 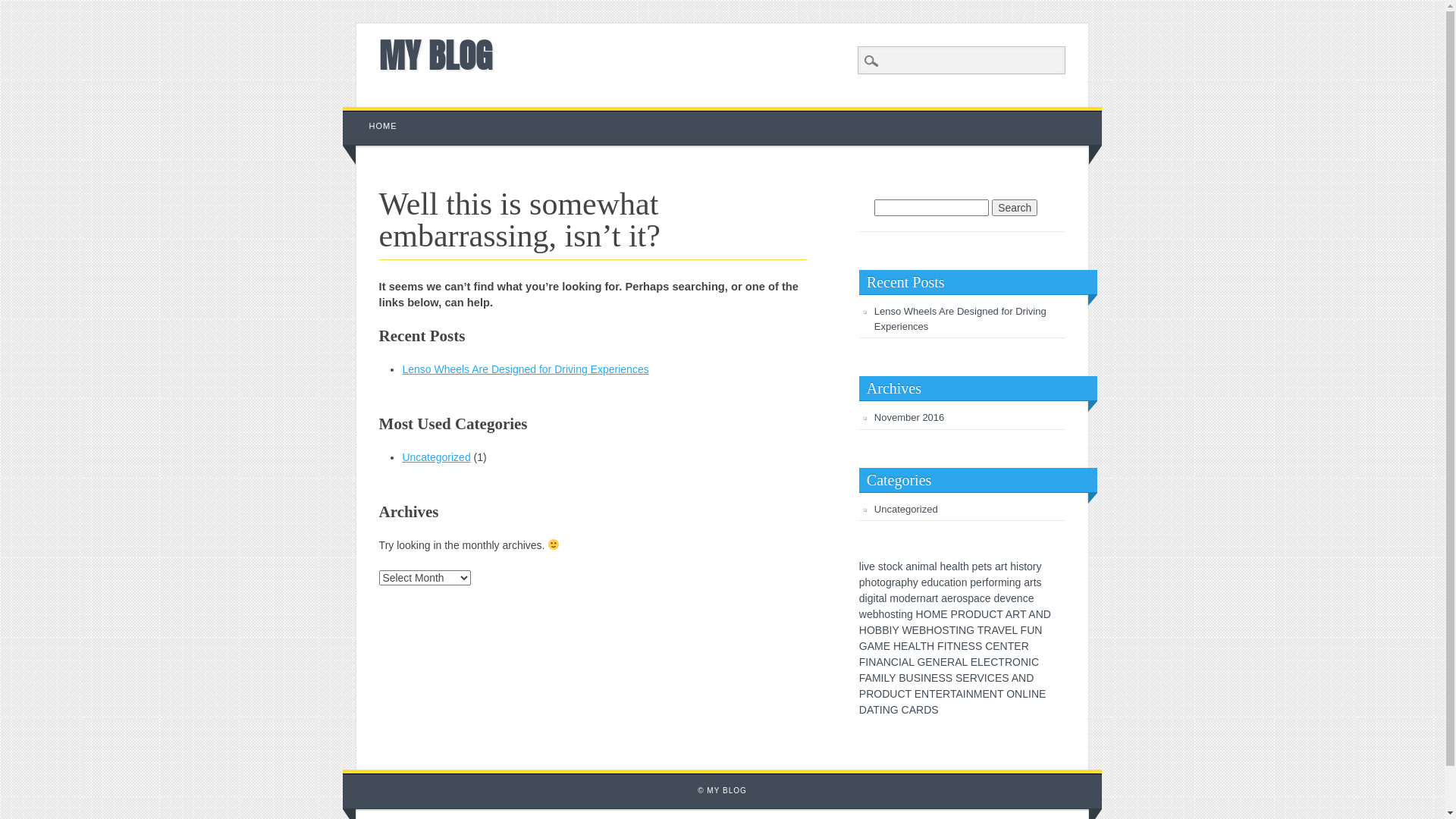 I want to click on 'MY BLOG', so click(x=435, y=55).